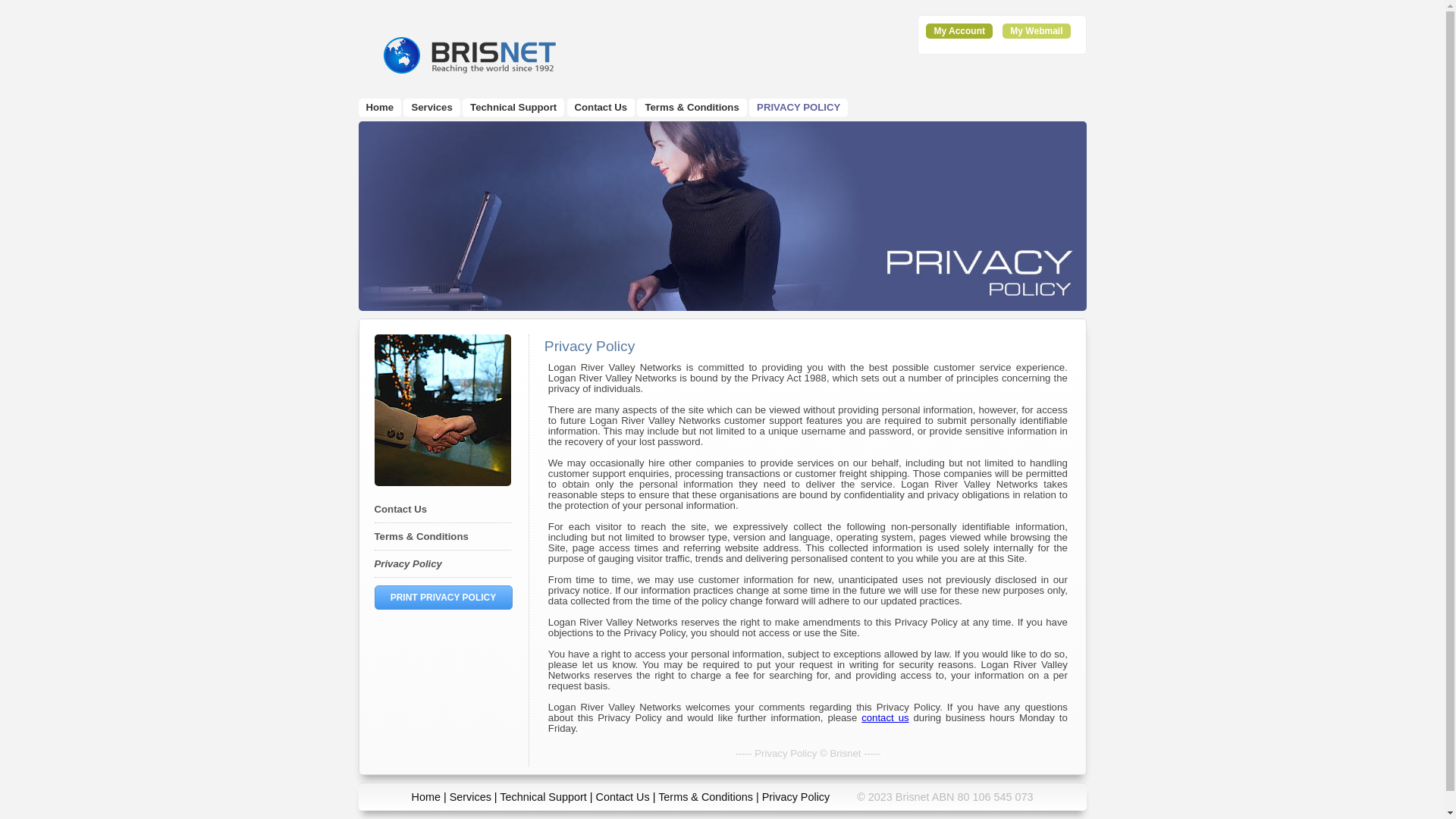  Describe the element at coordinates (623, 795) in the screenshot. I see `'Contact Us'` at that location.